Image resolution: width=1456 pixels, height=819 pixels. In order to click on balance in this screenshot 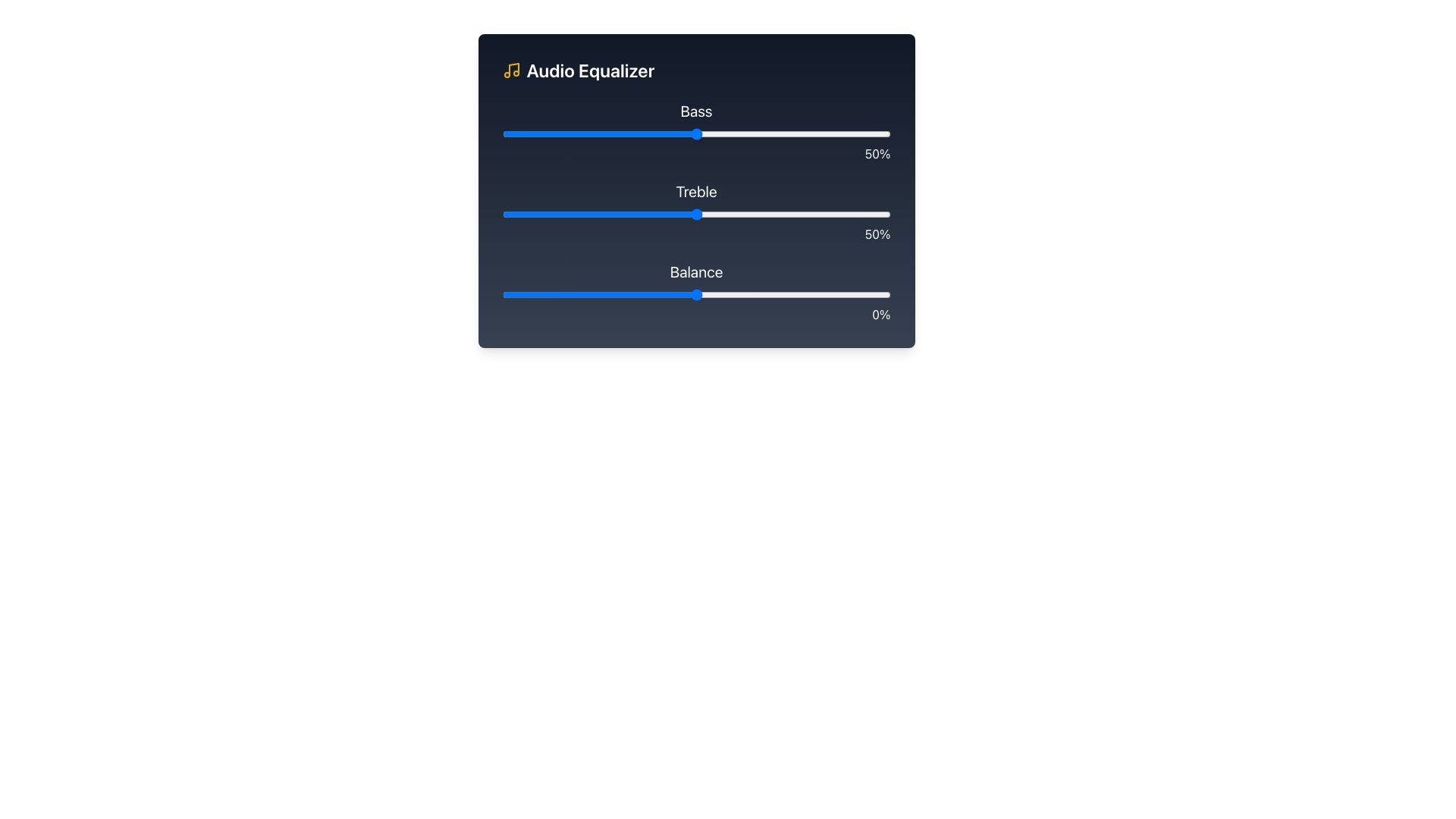, I will do `click(695, 295)`.